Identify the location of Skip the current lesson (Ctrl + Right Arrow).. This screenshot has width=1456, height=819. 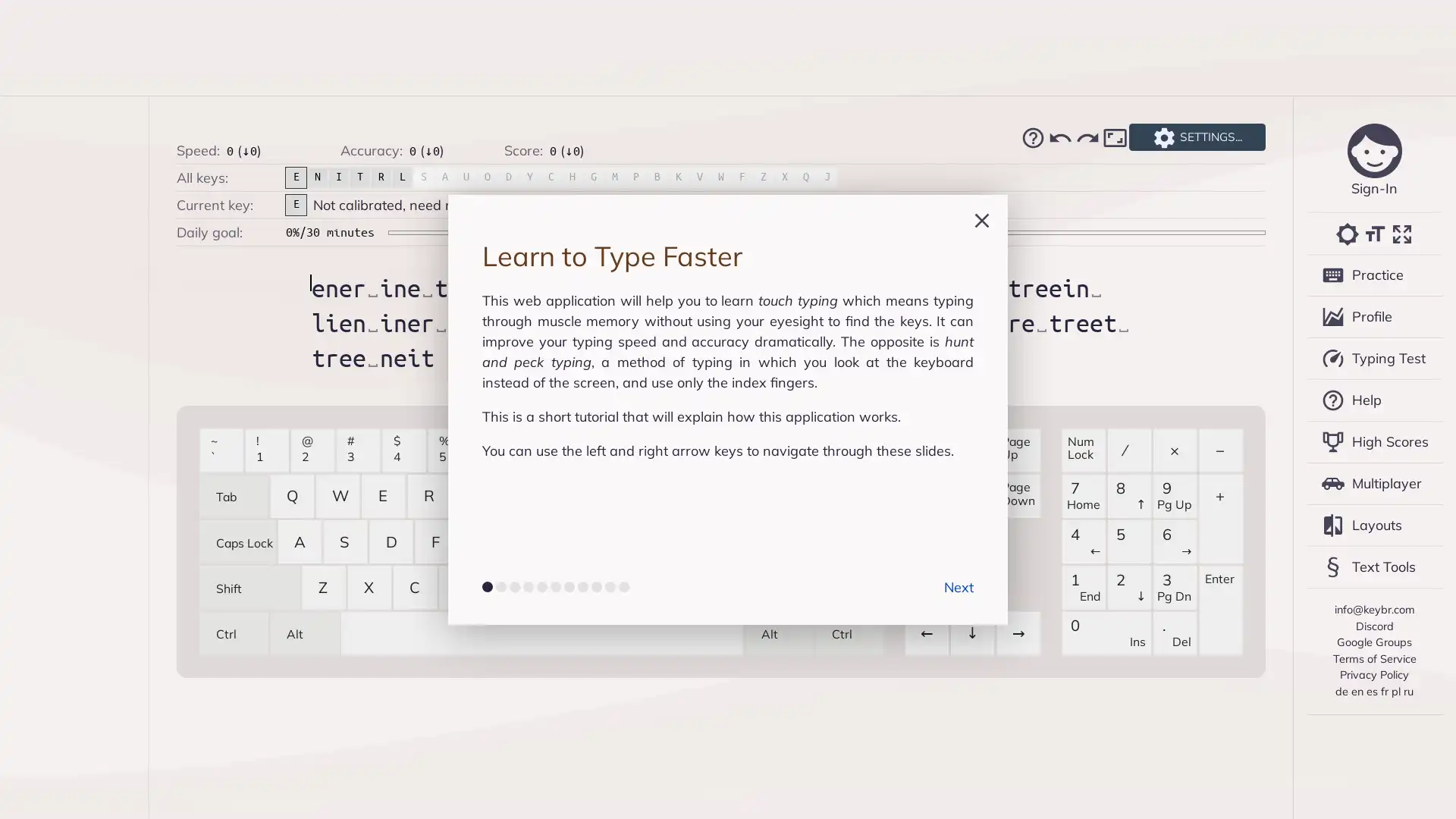
(1087, 137).